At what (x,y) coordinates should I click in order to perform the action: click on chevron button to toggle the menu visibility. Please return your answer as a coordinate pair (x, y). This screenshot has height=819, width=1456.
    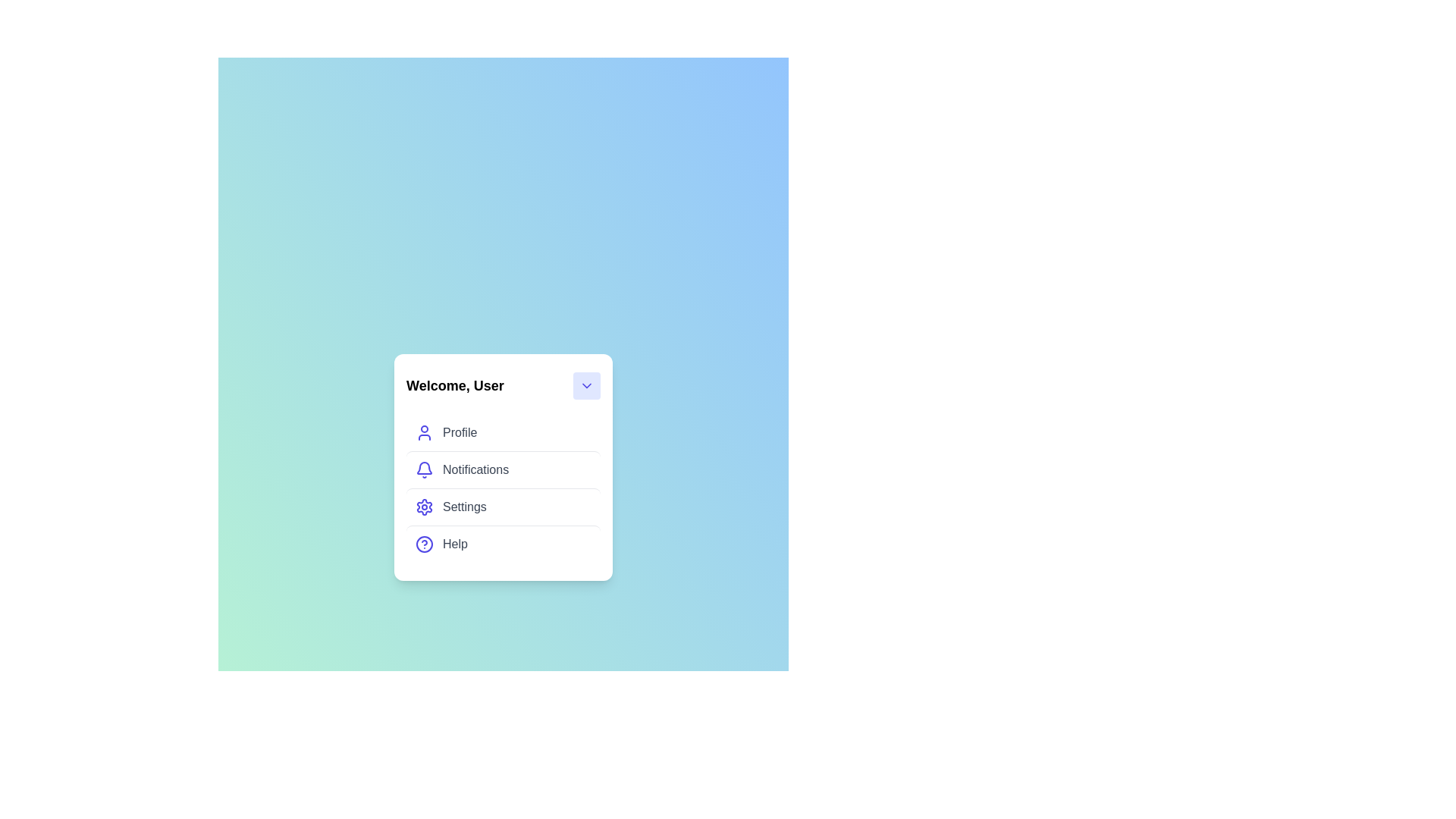
    Looking at the image, I should click on (585, 384).